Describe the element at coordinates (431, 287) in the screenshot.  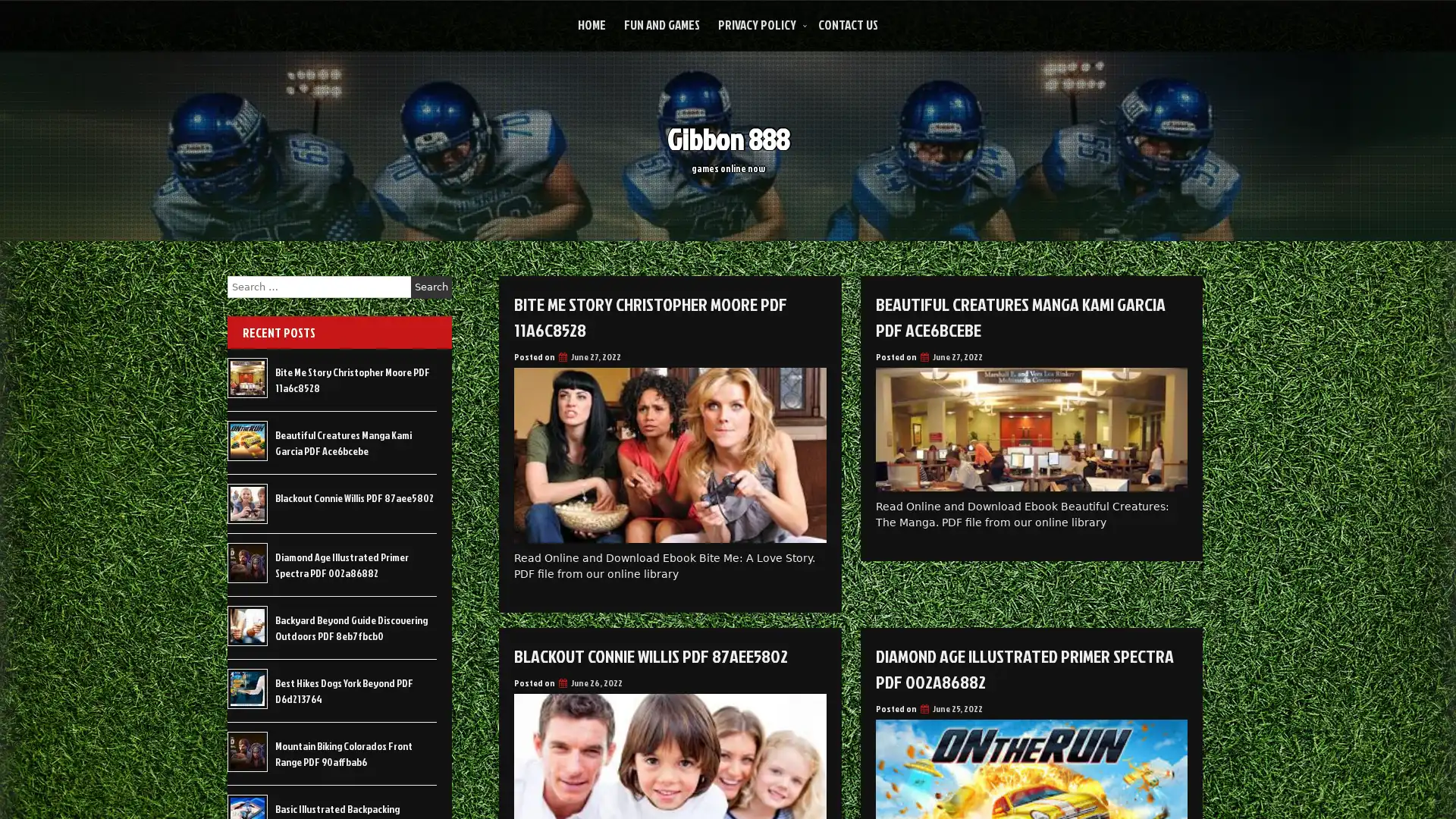
I see `Search` at that location.